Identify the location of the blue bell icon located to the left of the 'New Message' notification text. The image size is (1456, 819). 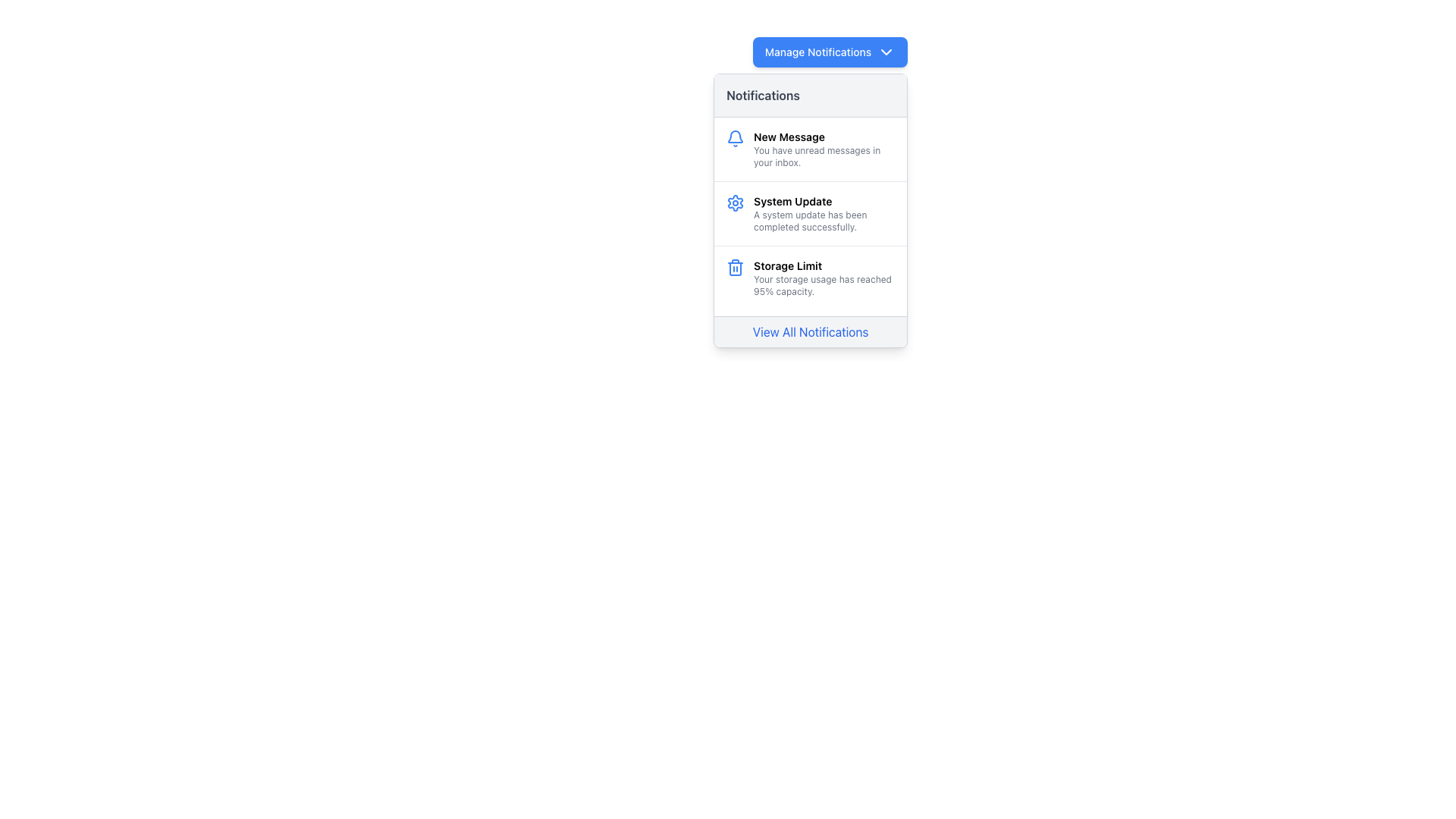
(735, 149).